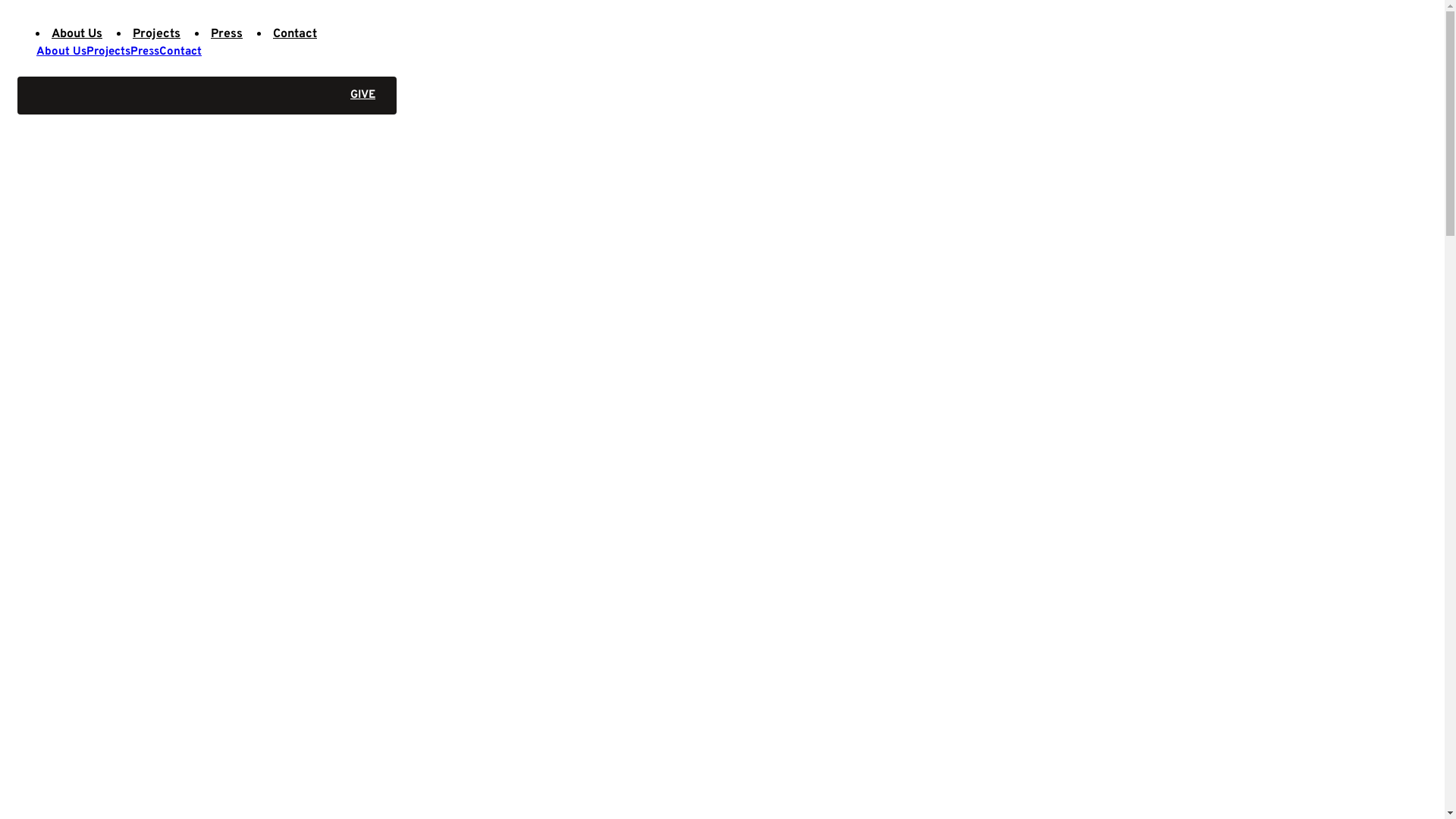  Describe the element at coordinates (108, 51) in the screenshot. I see `'Projects'` at that location.